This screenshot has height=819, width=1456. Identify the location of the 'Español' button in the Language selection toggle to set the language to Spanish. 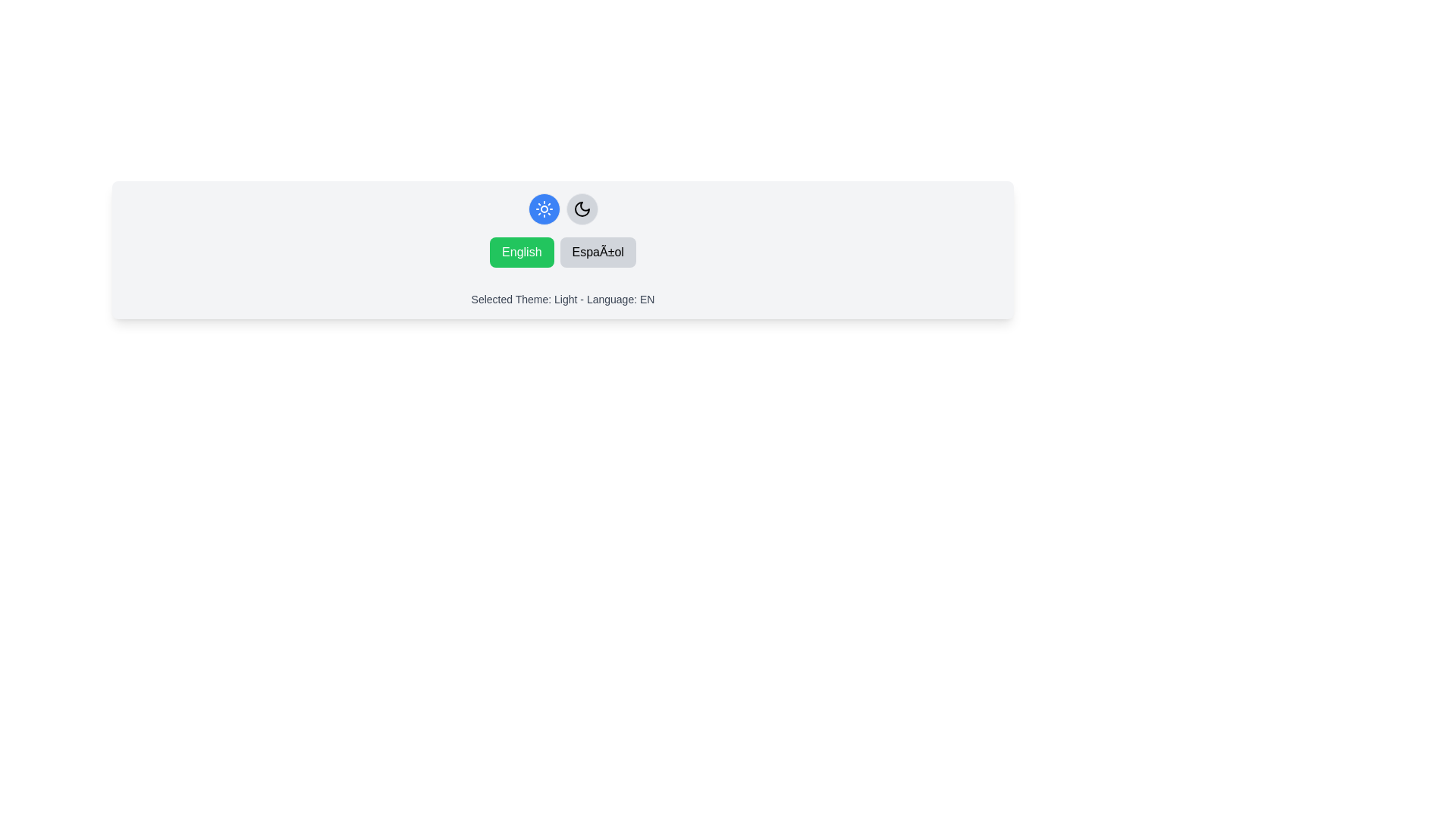
(562, 251).